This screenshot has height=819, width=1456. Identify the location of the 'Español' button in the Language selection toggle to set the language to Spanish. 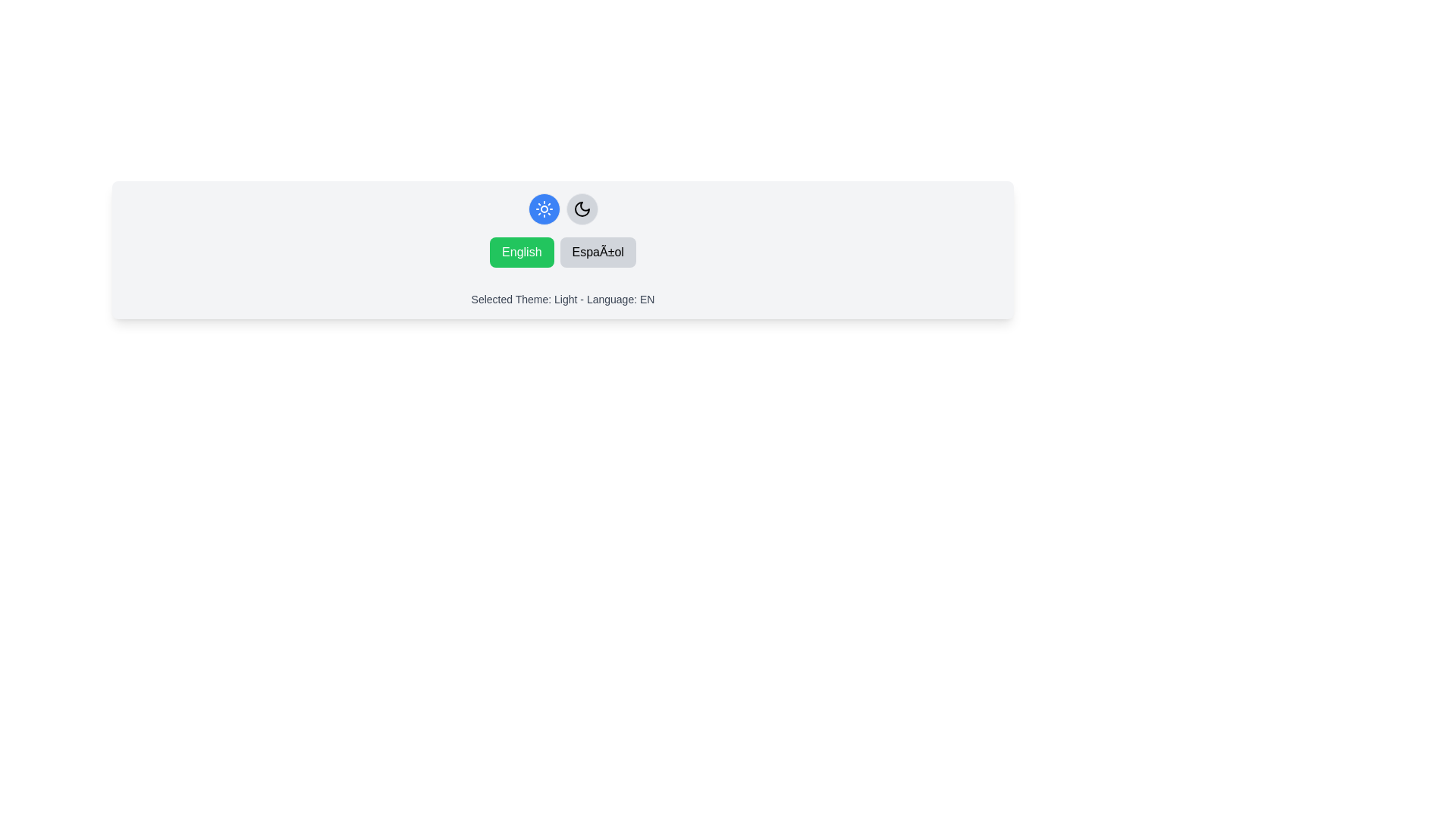
(562, 251).